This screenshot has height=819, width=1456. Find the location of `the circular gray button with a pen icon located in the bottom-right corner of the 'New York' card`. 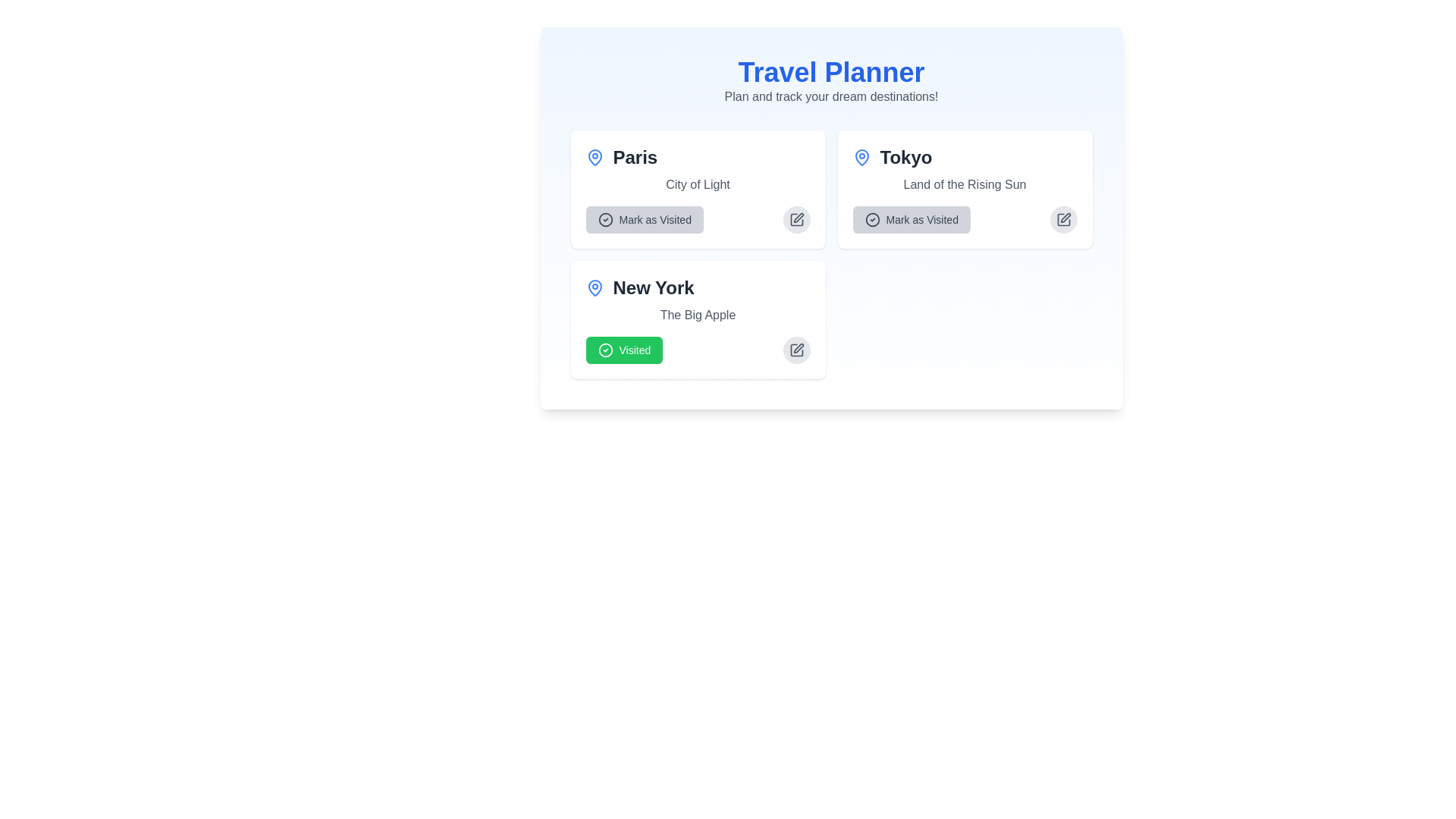

the circular gray button with a pen icon located in the bottom-right corner of the 'New York' card is located at coordinates (795, 350).